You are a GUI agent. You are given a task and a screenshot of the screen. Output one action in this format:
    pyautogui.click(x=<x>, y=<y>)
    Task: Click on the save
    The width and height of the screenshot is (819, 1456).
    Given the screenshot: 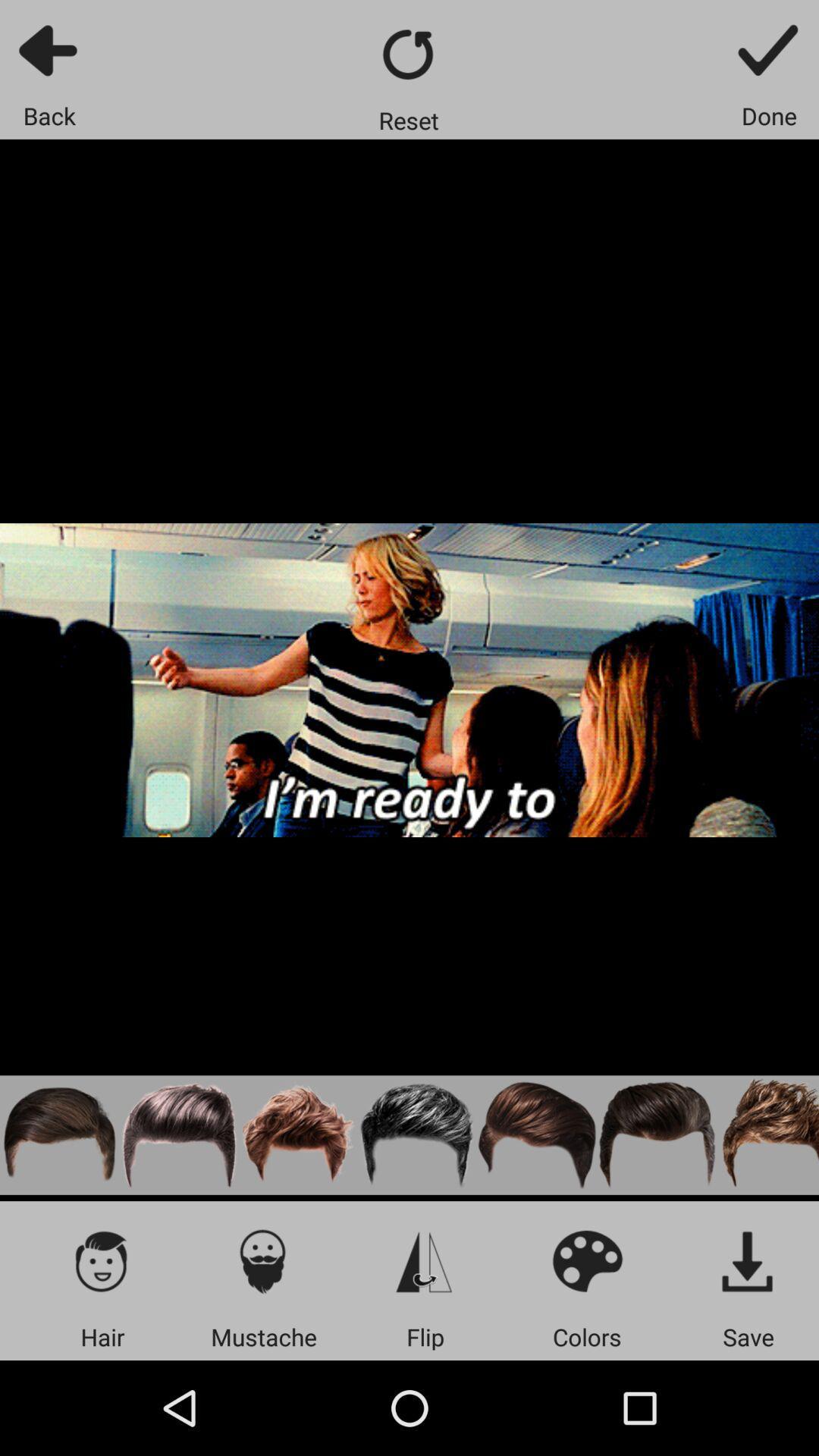 What is the action you would take?
    pyautogui.click(x=748, y=1260)
    